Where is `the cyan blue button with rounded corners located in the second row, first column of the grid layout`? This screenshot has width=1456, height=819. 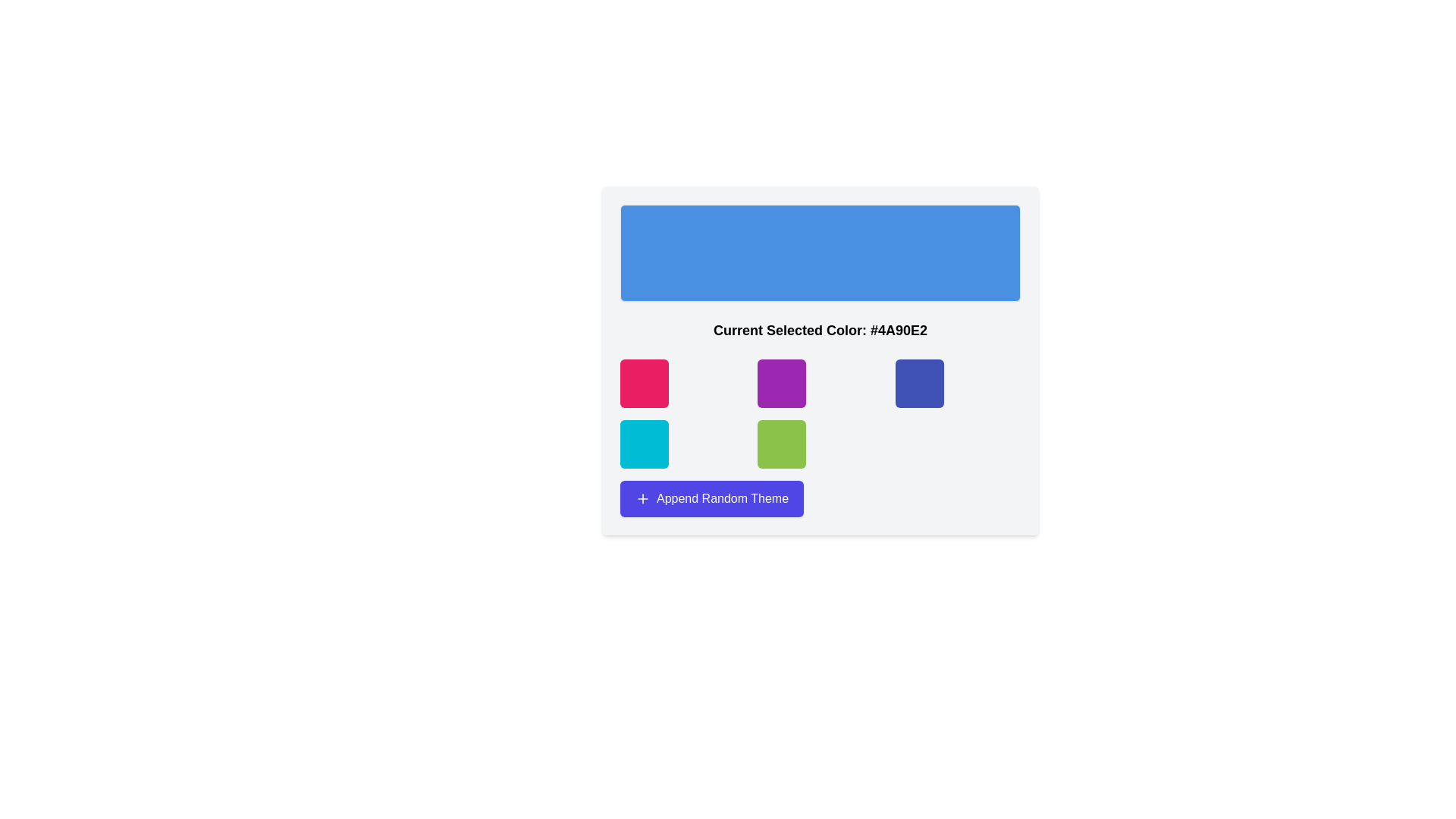
the cyan blue button with rounded corners located in the second row, first column of the grid layout is located at coordinates (644, 444).